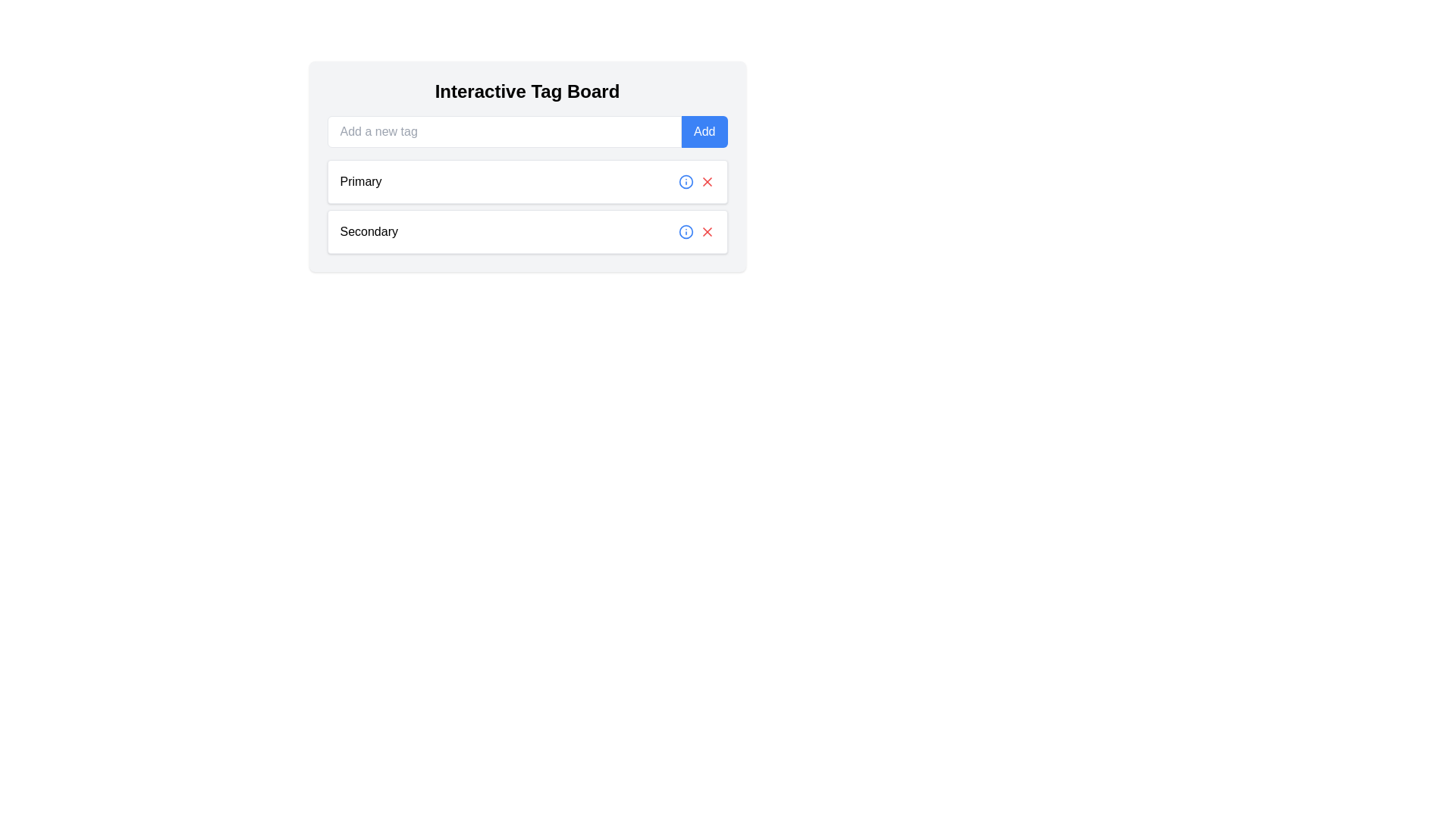 The height and width of the screenshot is (819, 1456). I want to click on the small blue circular icon representing the 'information' feature located in the second row of the list, so click(685, 180).